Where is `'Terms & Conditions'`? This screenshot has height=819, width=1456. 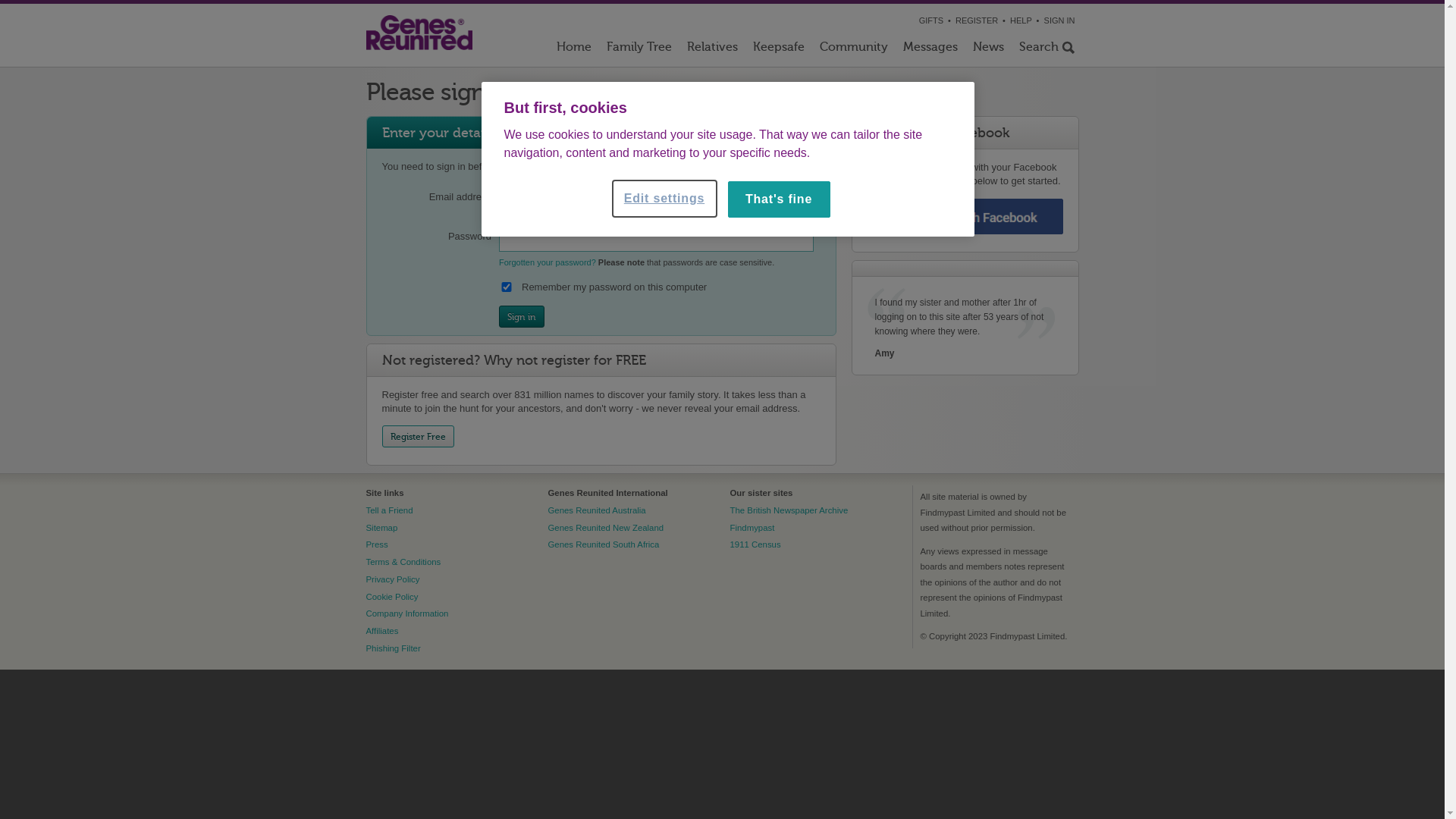 'Terms & Conditions' is located at coordinates (365, 561).